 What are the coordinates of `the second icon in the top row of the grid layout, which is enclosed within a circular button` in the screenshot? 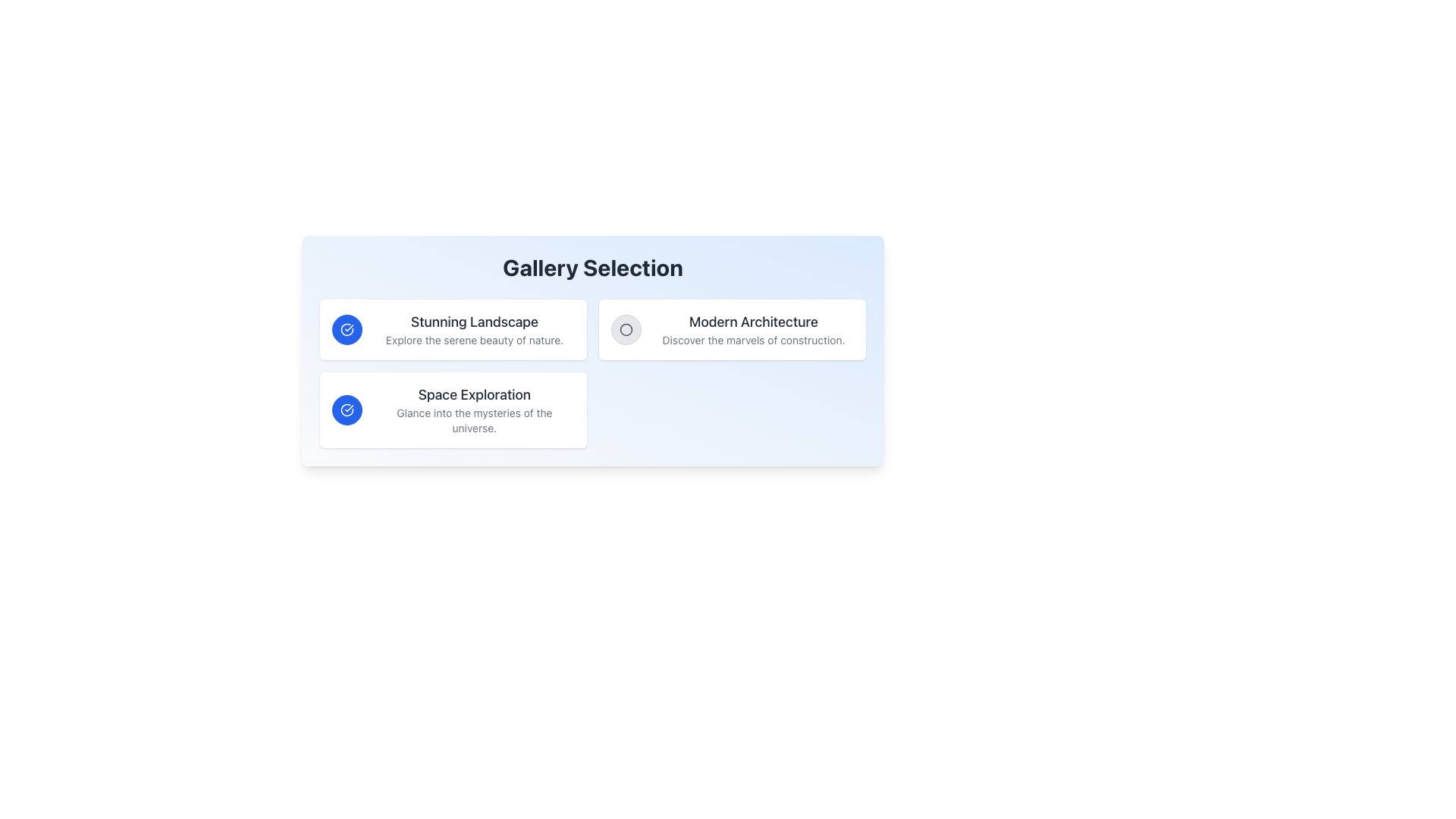 It's located at (626, 329).